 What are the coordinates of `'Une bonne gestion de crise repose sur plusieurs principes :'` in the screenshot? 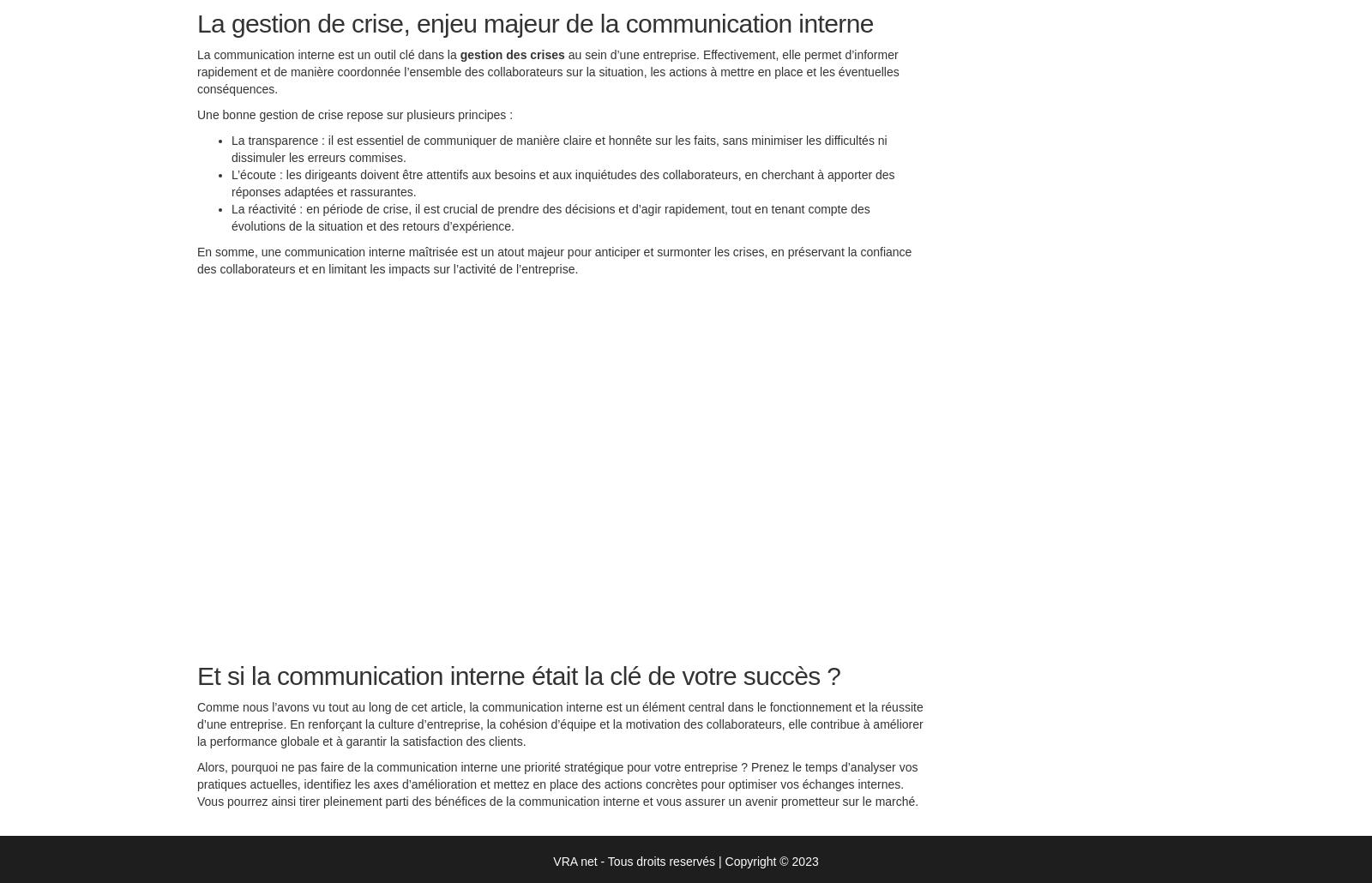 It's located at (354, 117).